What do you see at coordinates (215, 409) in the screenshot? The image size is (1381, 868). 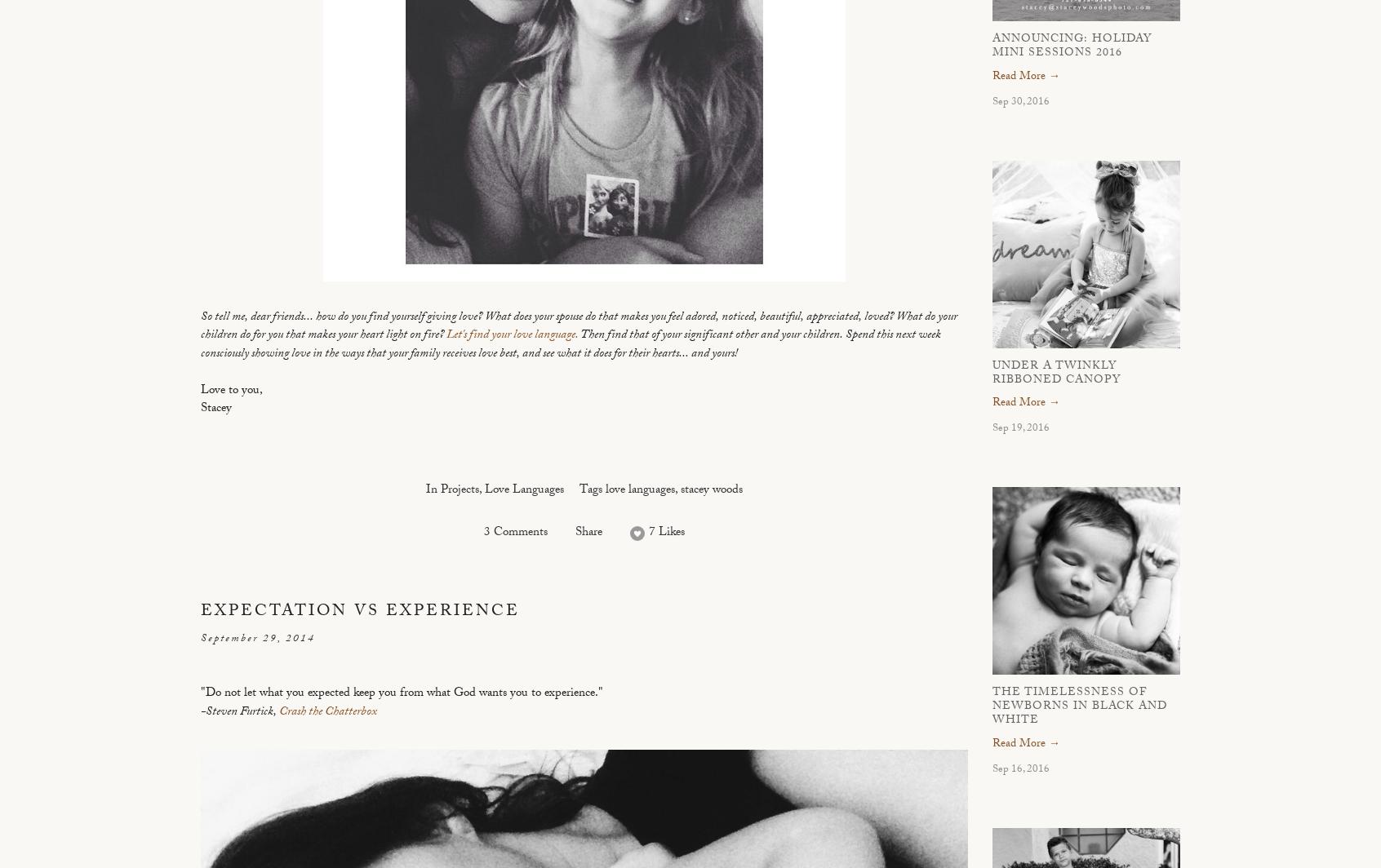 I see `'Stacey'` at bounding box center [215, 409].